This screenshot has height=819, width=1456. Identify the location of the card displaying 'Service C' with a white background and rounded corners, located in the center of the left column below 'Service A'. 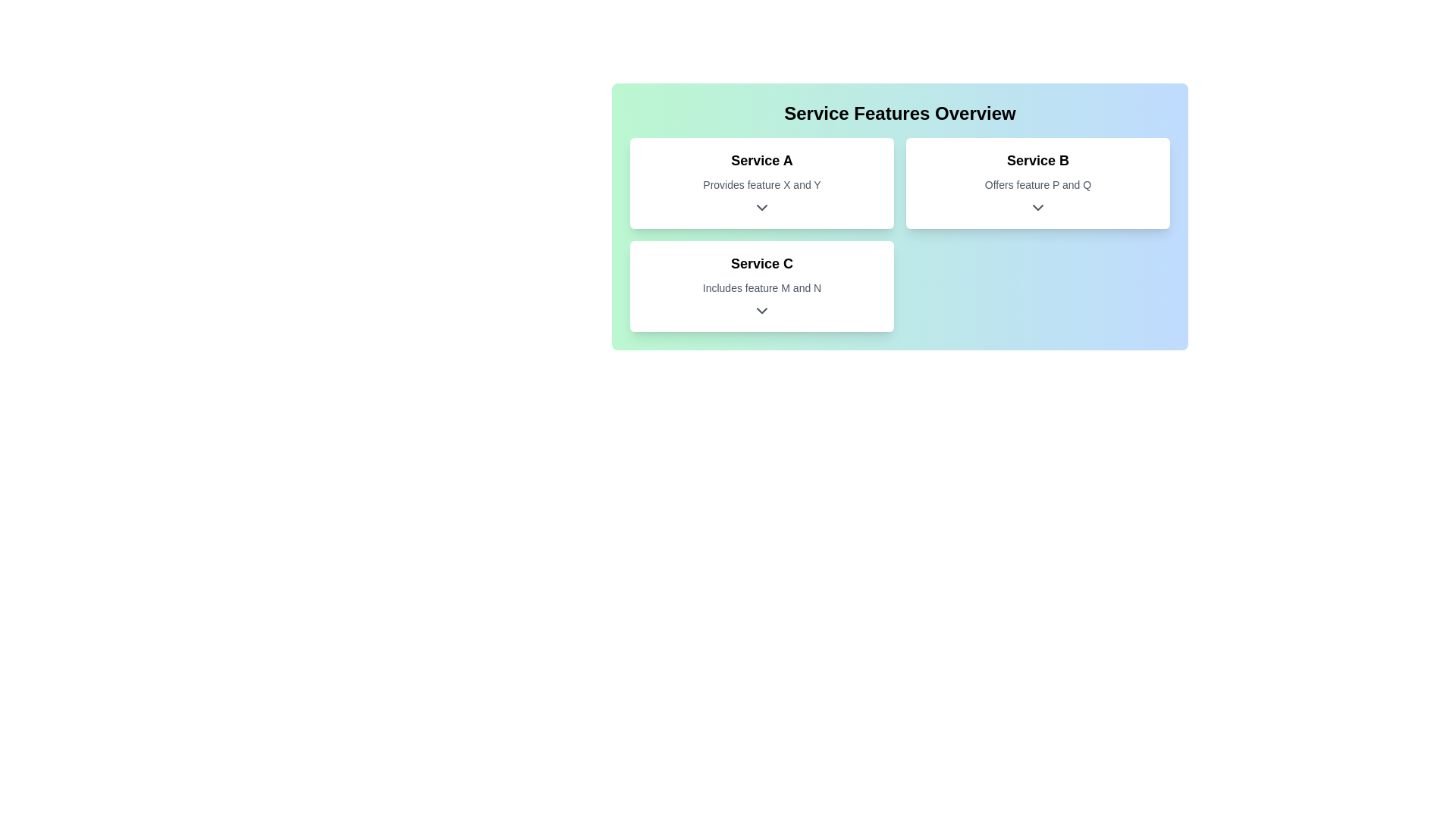
(761, 287).